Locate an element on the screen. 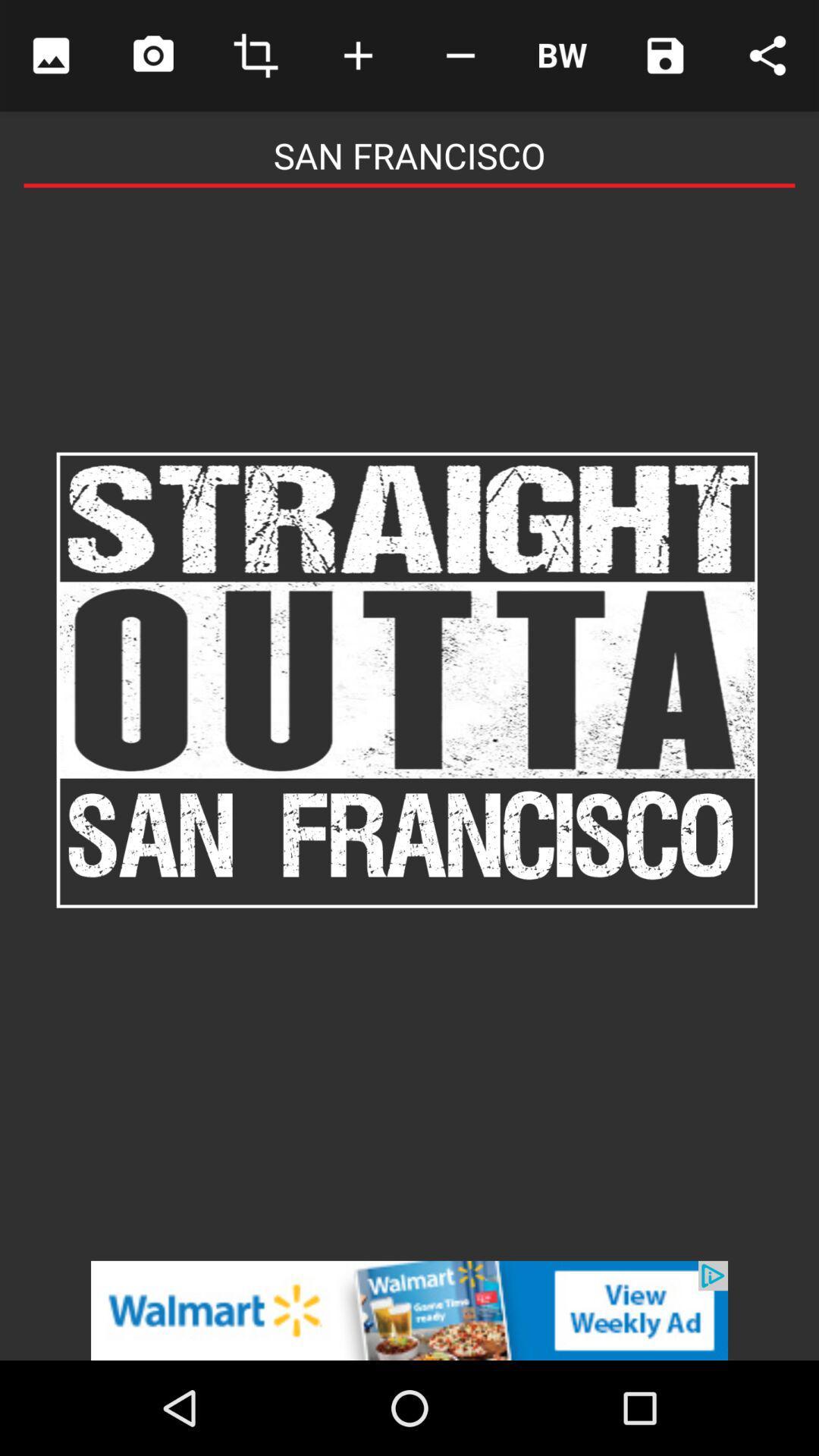 The image size is (819, 1456). the wallpaper icon is located at coordinates (50, 55).